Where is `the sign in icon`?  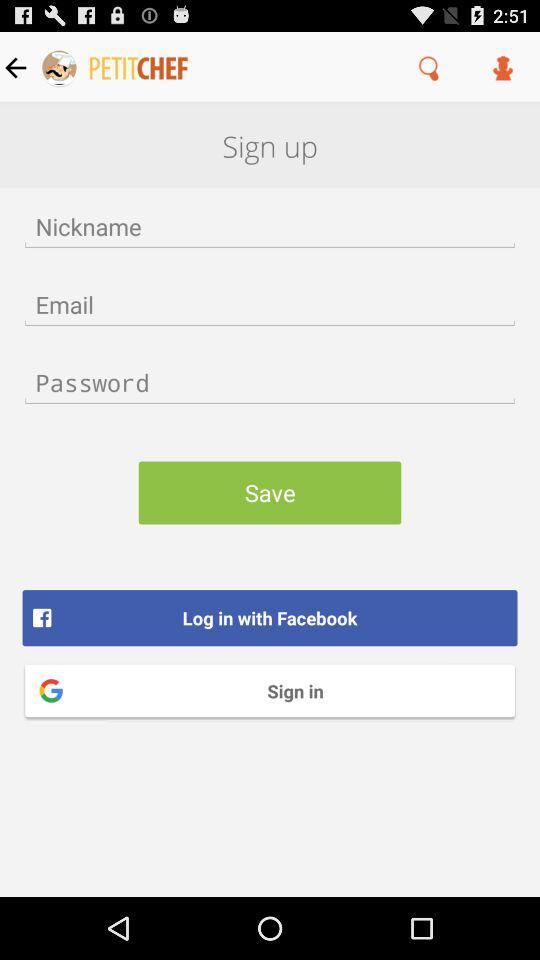
the sign in icon is located at coordinates (270, 690).